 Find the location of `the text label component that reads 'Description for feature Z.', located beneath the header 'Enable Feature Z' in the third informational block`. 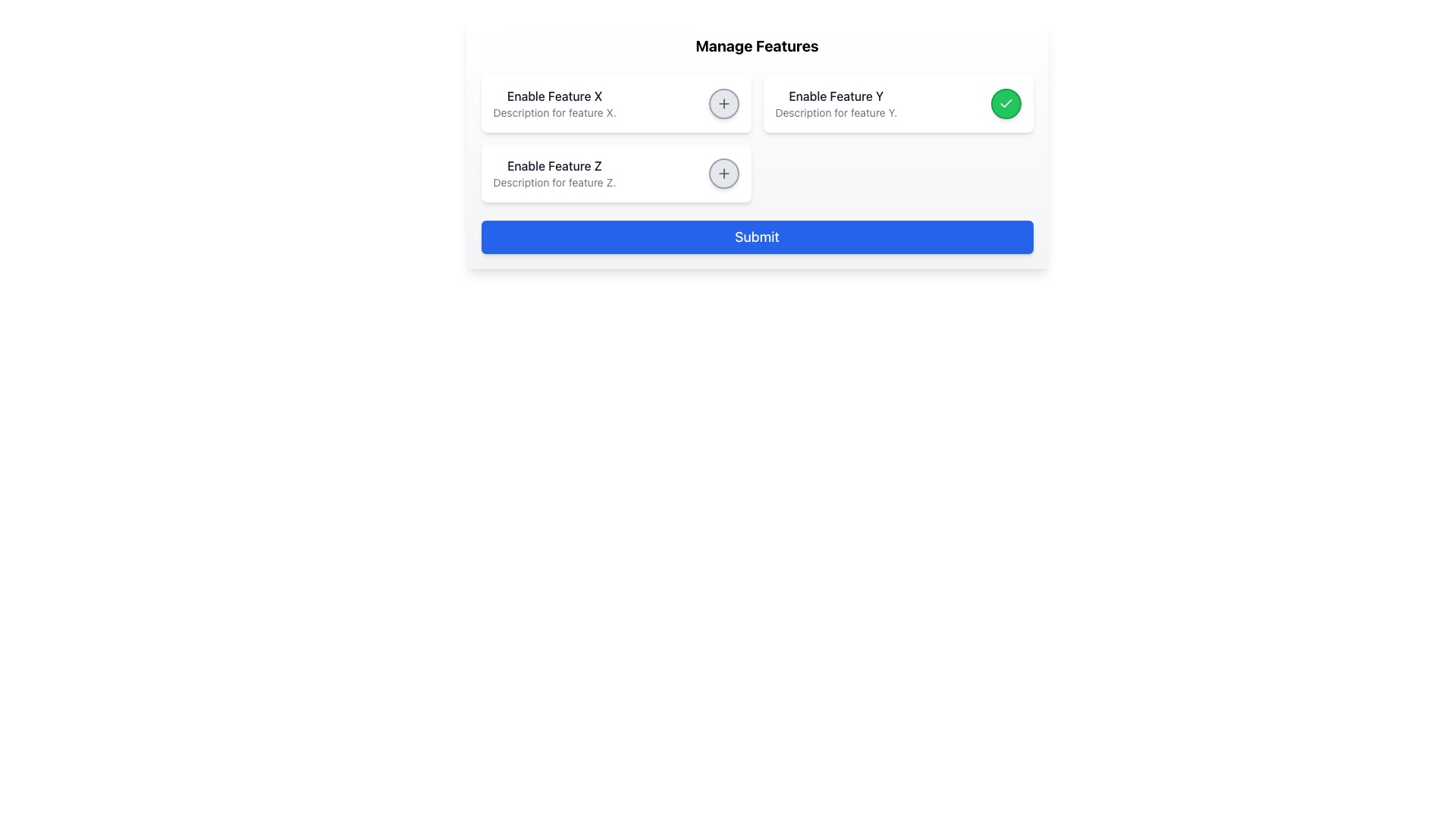

the text label component that reads 'Description for feature Z.', located beneath the header 'Enable Feature Z' in the third informational block is located at coordinates (554, 181).